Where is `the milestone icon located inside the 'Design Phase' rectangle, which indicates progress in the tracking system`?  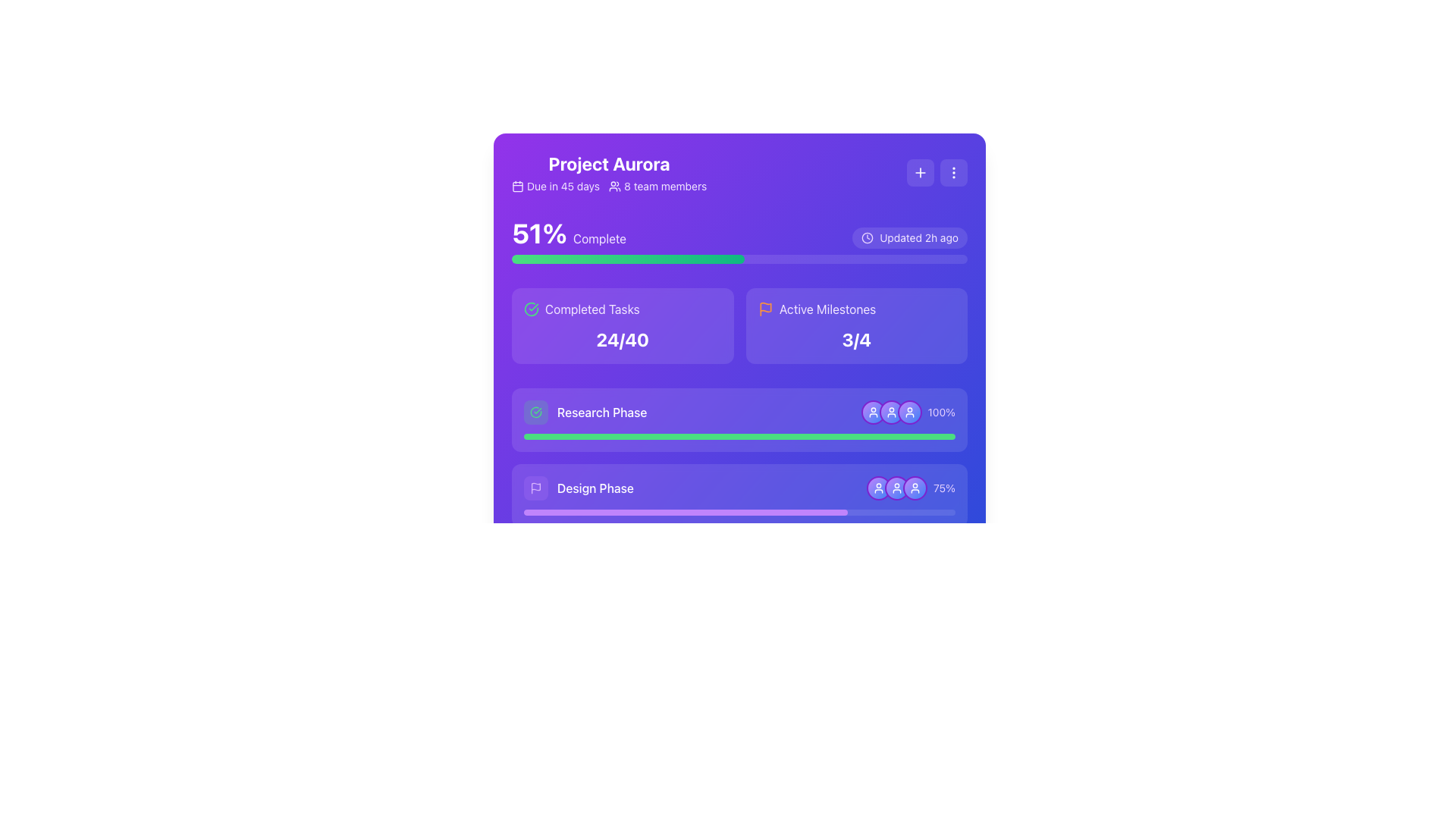
the milestone icon located inside the 'Design Phase' rectangle, which indicates progress in the tracking system is located at coordinates (535, 486).